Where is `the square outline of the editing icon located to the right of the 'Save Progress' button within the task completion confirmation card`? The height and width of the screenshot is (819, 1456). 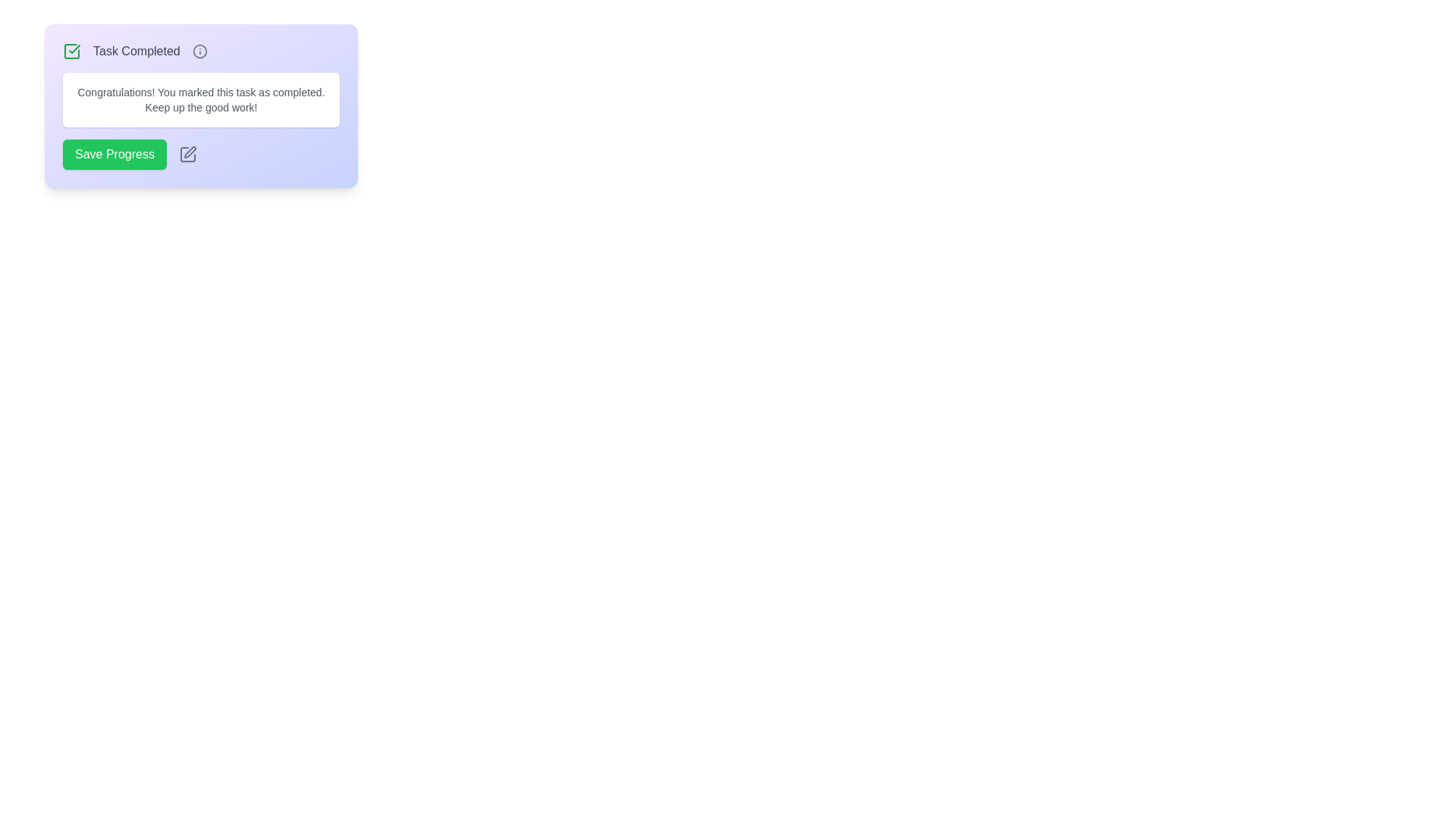 the square outline of the editing icon located to the right of the 'Save Progress' button within the task completion confirmation card is located at coordinates (187, 155).